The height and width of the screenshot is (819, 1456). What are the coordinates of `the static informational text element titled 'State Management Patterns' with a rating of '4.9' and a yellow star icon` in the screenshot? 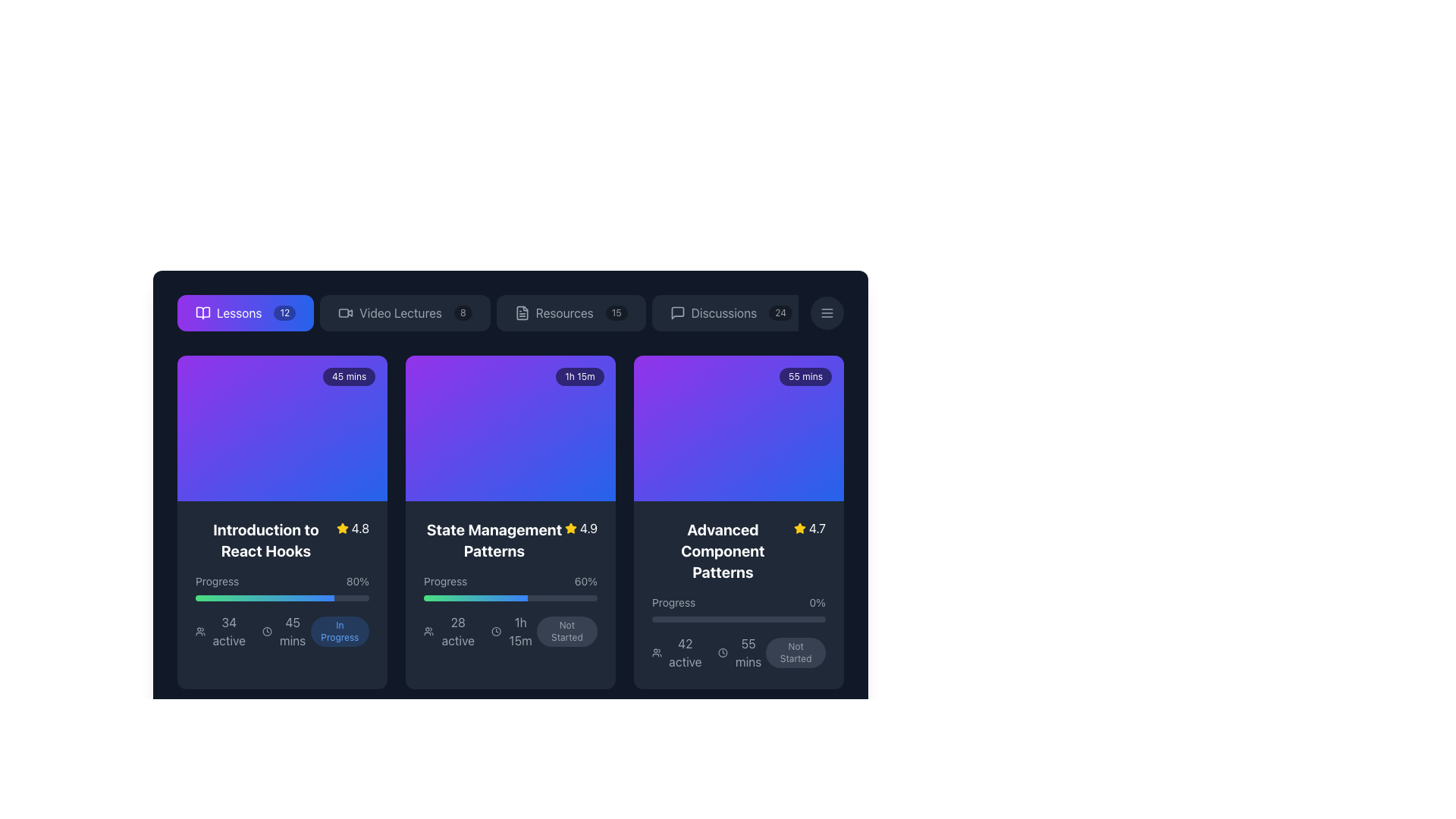 It's located at (510, 540).